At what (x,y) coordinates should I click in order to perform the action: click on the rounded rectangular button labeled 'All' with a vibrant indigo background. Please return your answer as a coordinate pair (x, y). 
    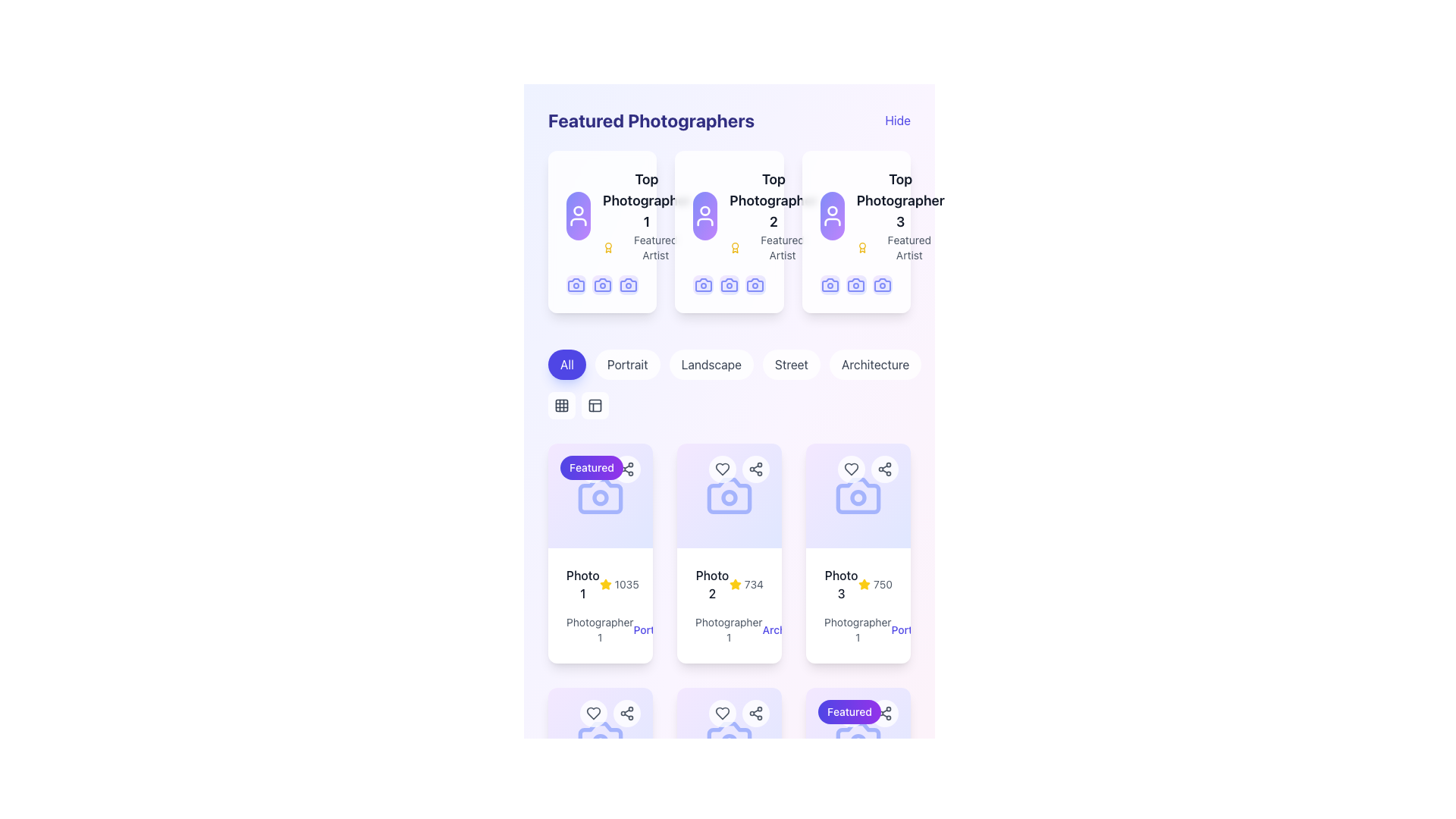
    Looking at the image, I should click on (566, 365).